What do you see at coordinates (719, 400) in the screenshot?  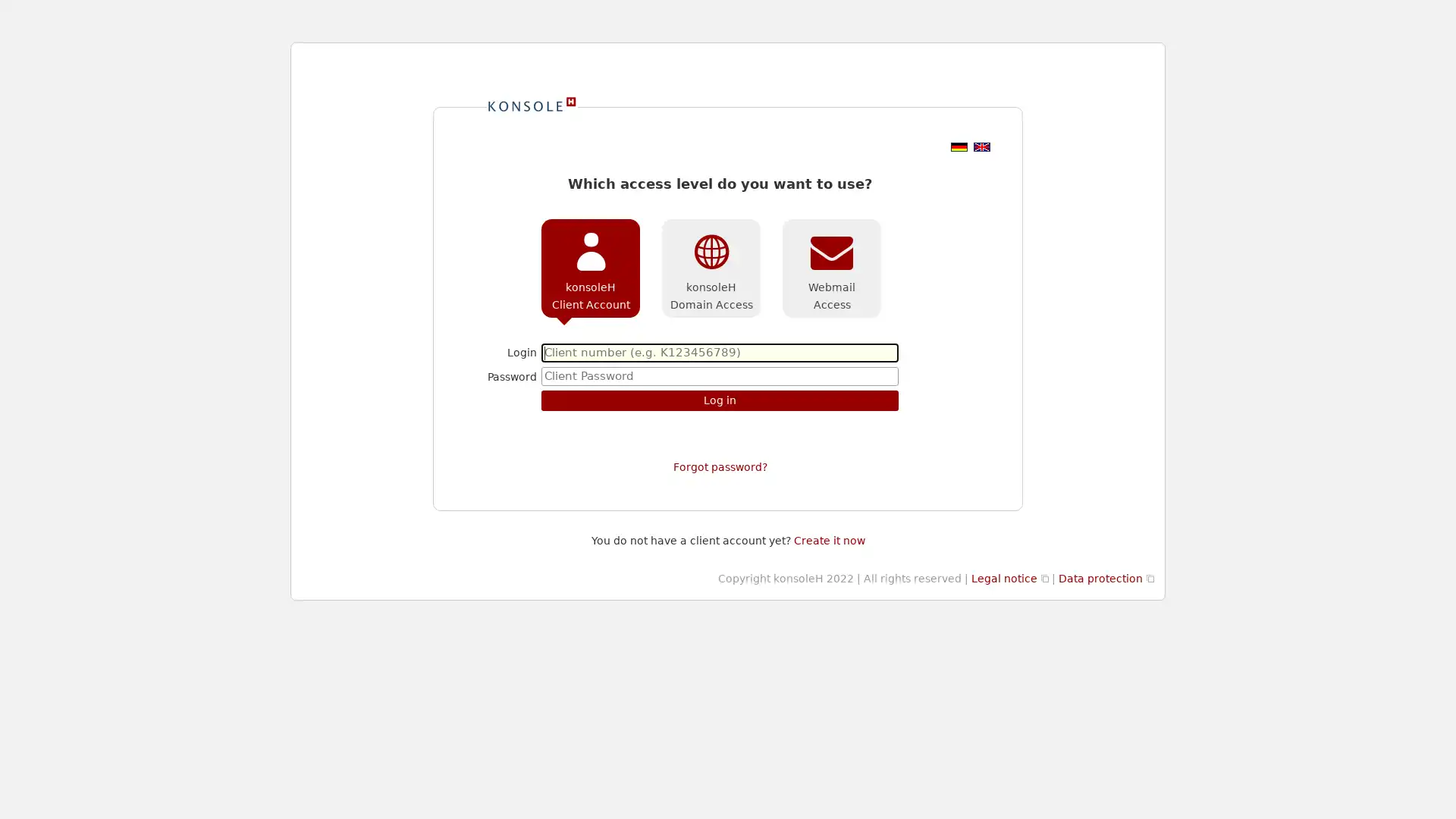 I see `Log in` at bounding box center [719, 400].